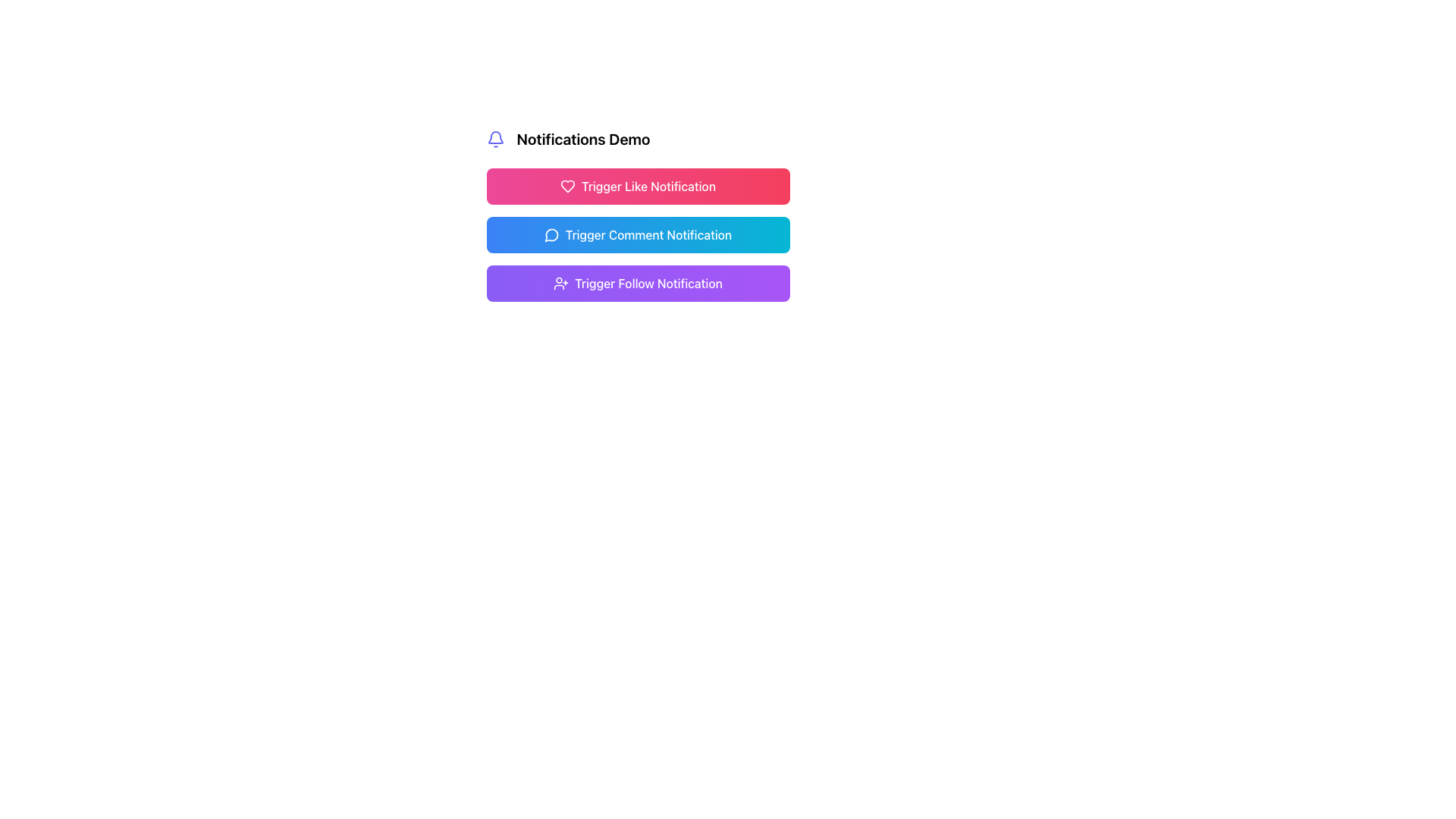 The image size is (1456, 819). Describe the element at coordinates (648, 234) in the screenshot. I see `text contained in the button labeled 'Trigger Comment Notification', which is styled in white over a blue gradient background and is positioned in the second button of a vertical list` at that location.